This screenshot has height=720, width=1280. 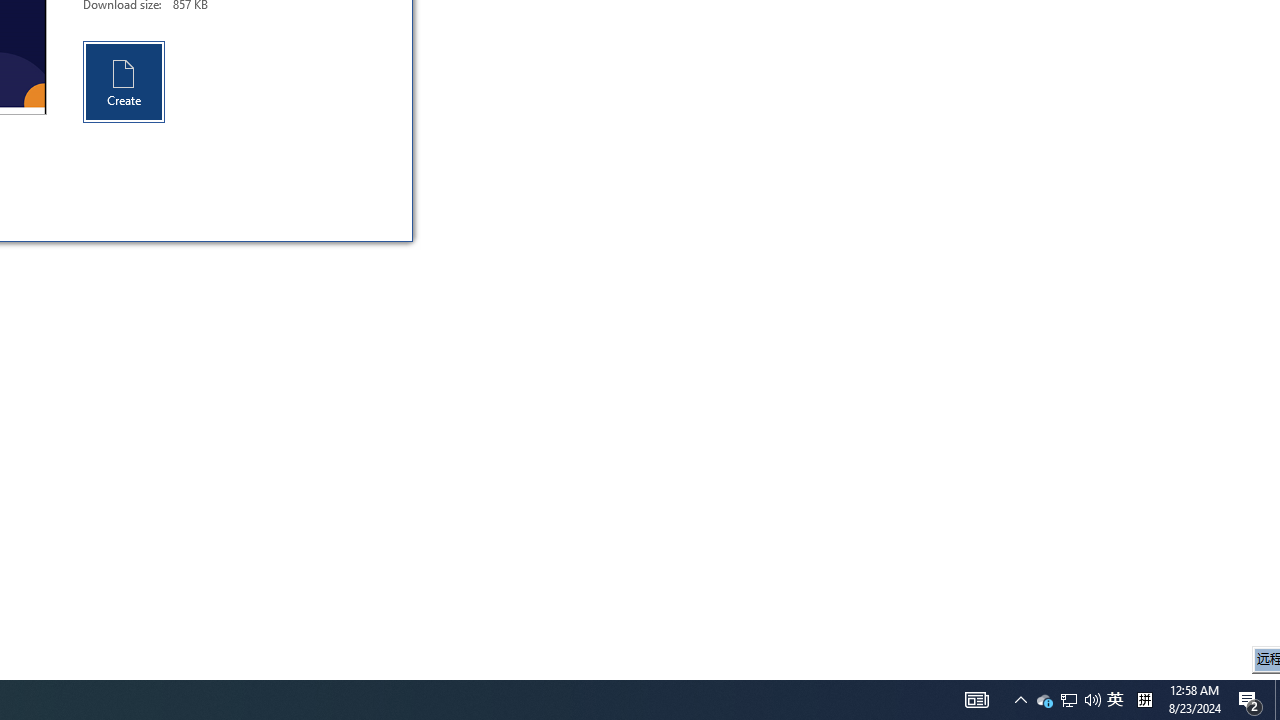 I want to click on 'Tray Input Indicator - Chinese (Simplified, China)', so click(x=1144, y=698).